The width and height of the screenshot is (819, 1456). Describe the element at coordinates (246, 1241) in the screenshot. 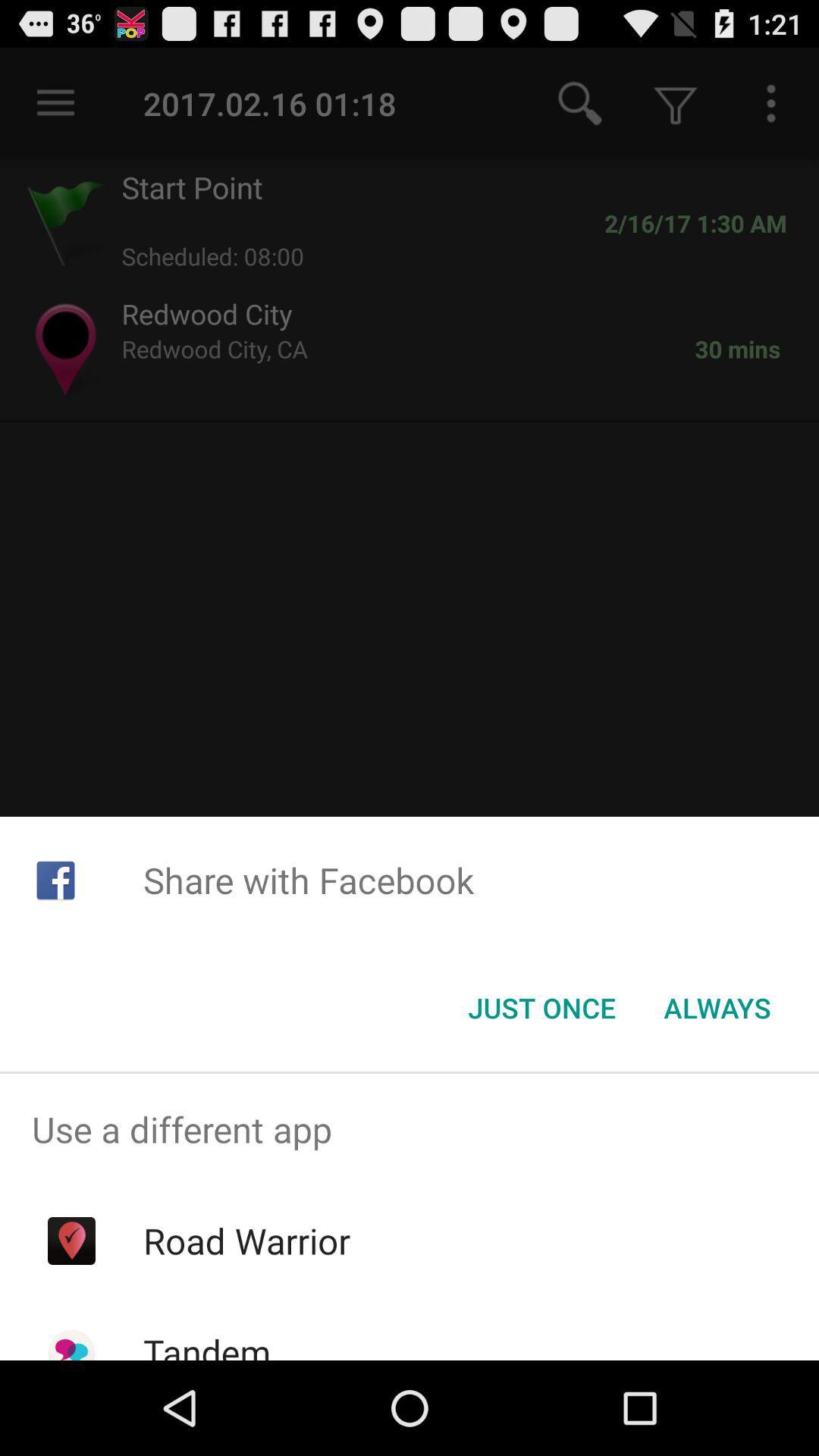

I see `the road warrior item` at that location.